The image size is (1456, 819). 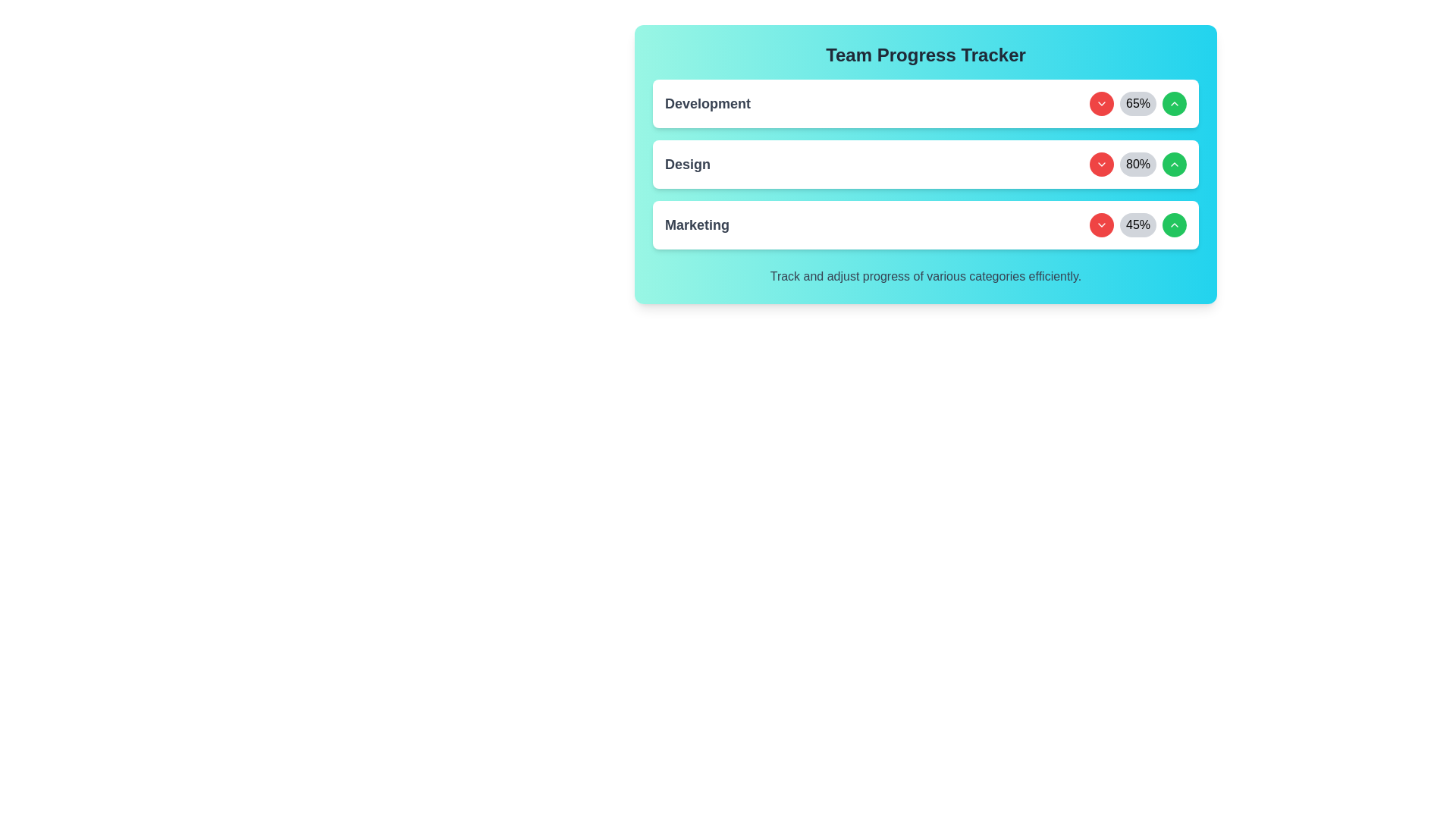 What do you see at coordinates (1138, 164) in the screenshot?
I see `the progress value displayed in the Progress Indicator, which shows '80%' in bold black font on a light gray background, positioned in the 'Design' section` at bounding box center [1138, 164].